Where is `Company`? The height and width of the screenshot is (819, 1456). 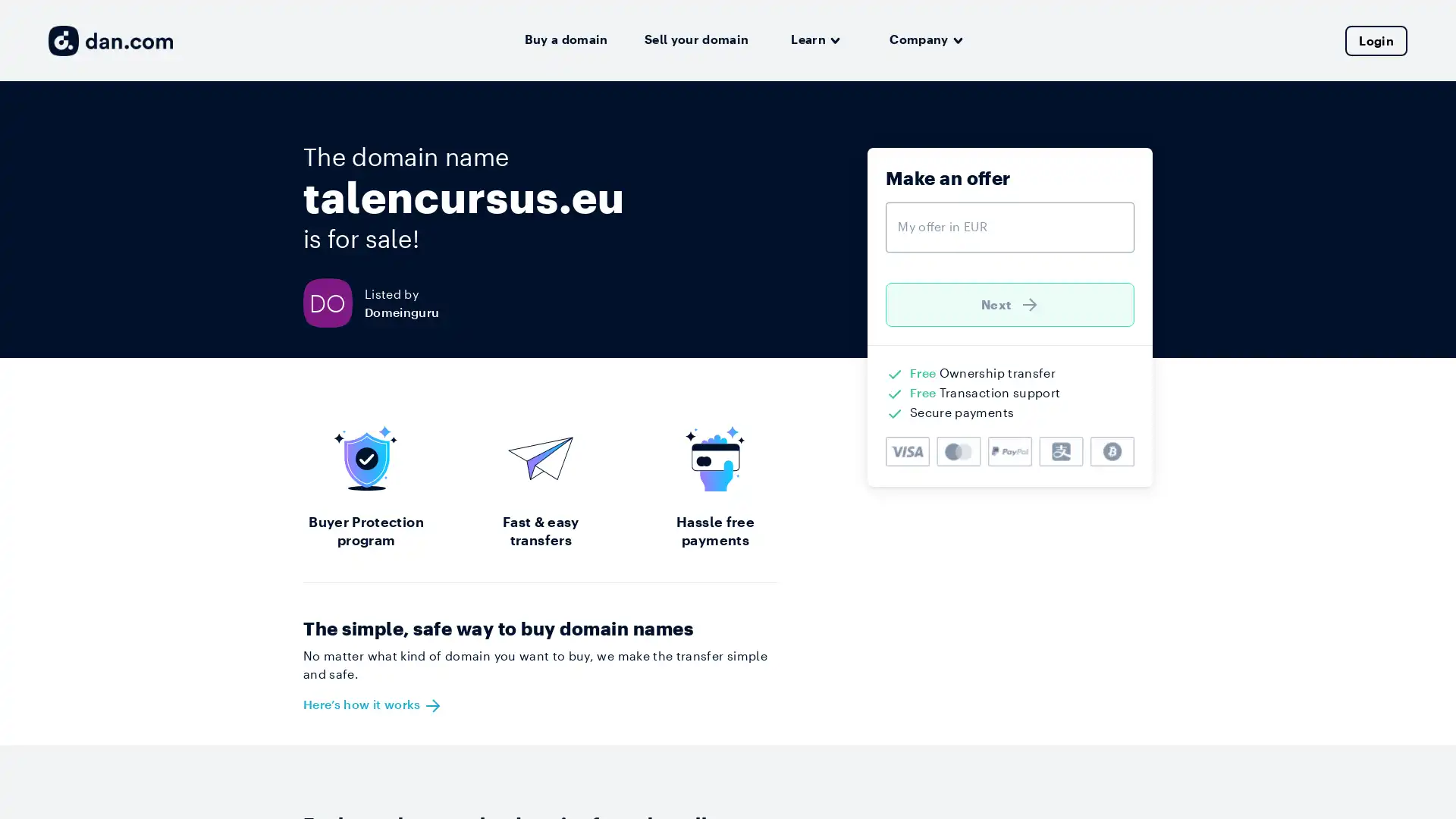
Company is located at coordinates (925, 39).